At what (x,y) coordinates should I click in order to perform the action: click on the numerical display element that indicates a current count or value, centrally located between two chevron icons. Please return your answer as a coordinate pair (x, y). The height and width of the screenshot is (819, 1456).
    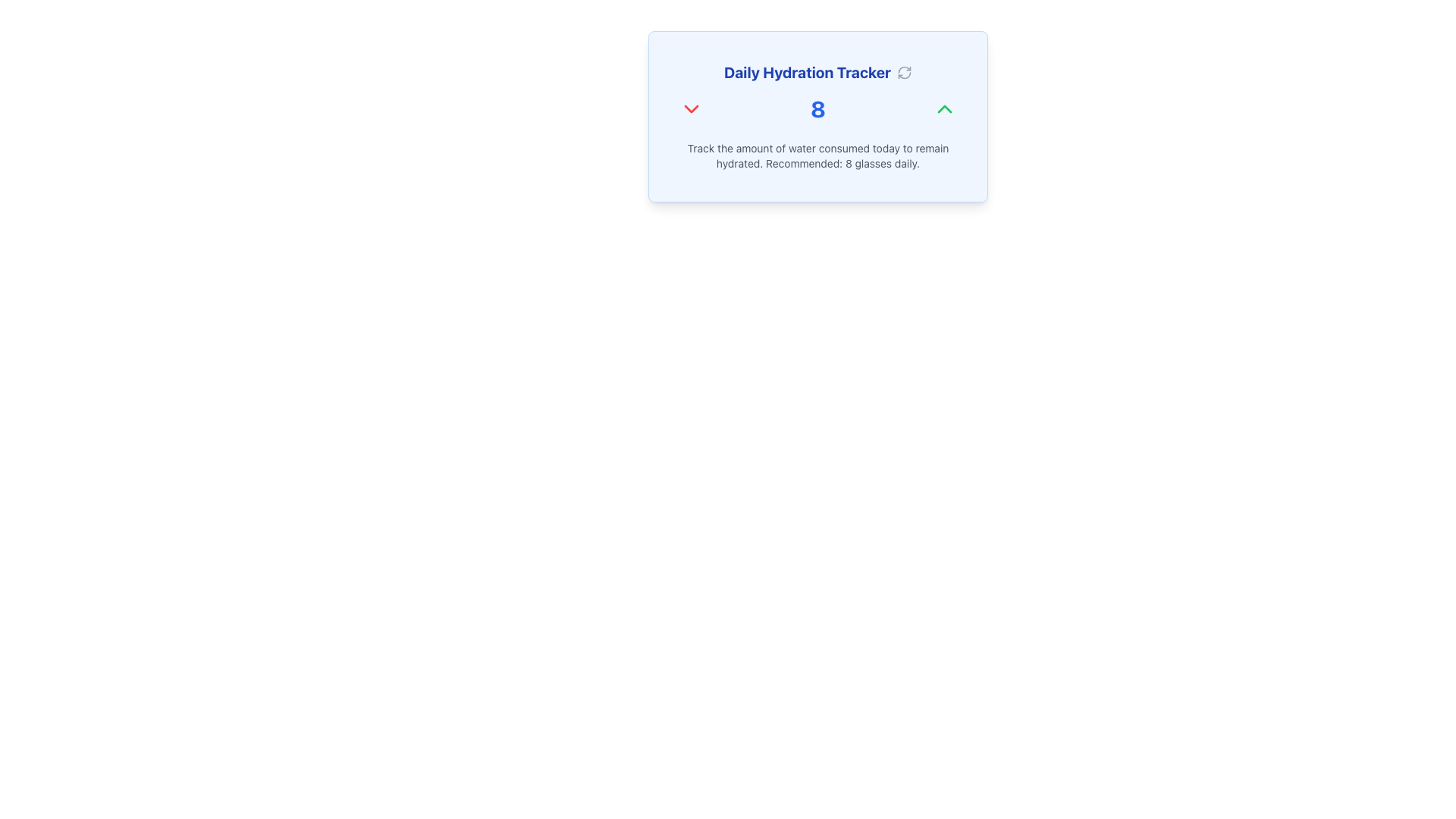
    Looking at the image, I should click on (817, 108).